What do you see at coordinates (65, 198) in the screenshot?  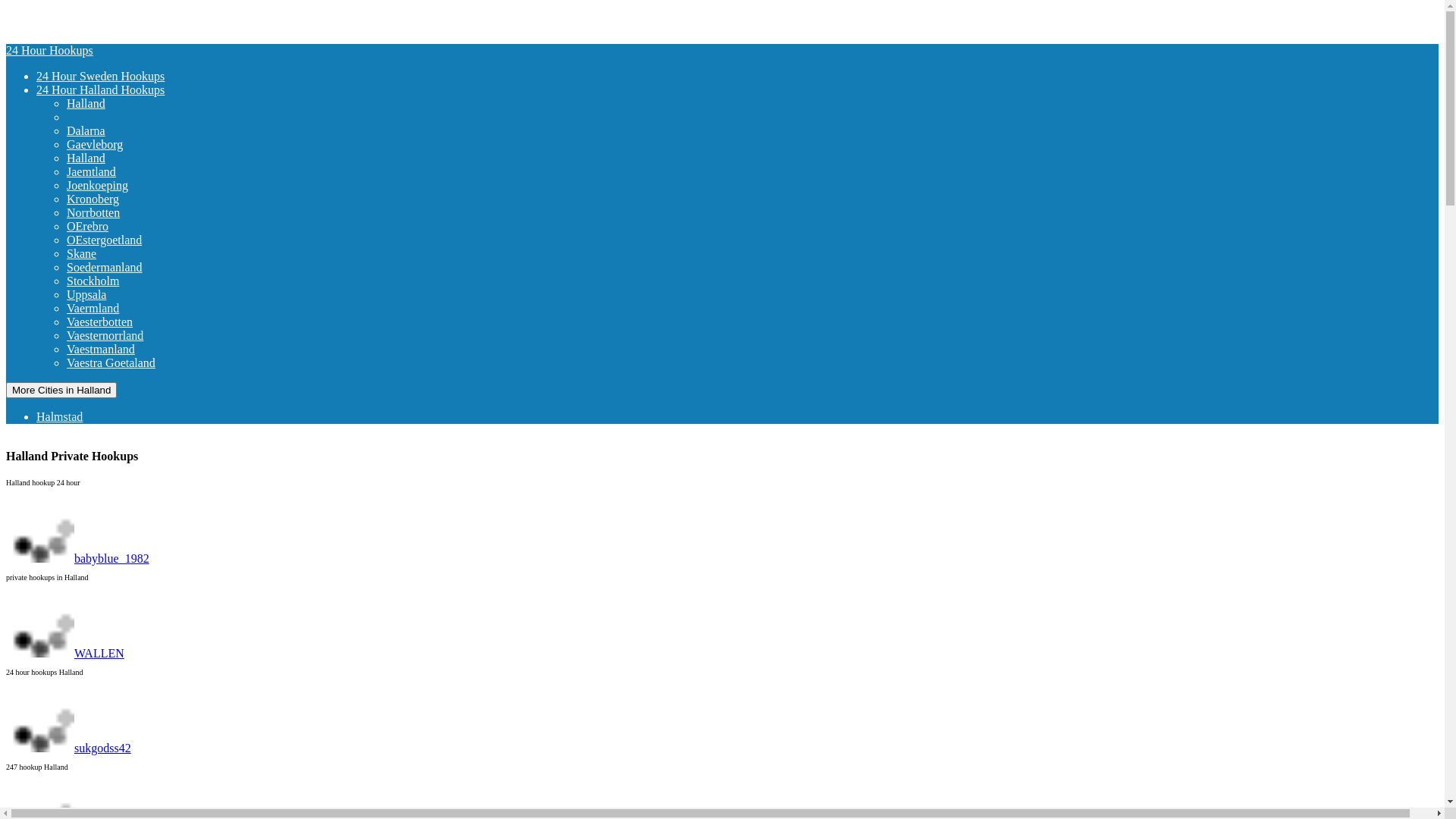 I see `'Kronoberg'` at bounding box center [65, 198].